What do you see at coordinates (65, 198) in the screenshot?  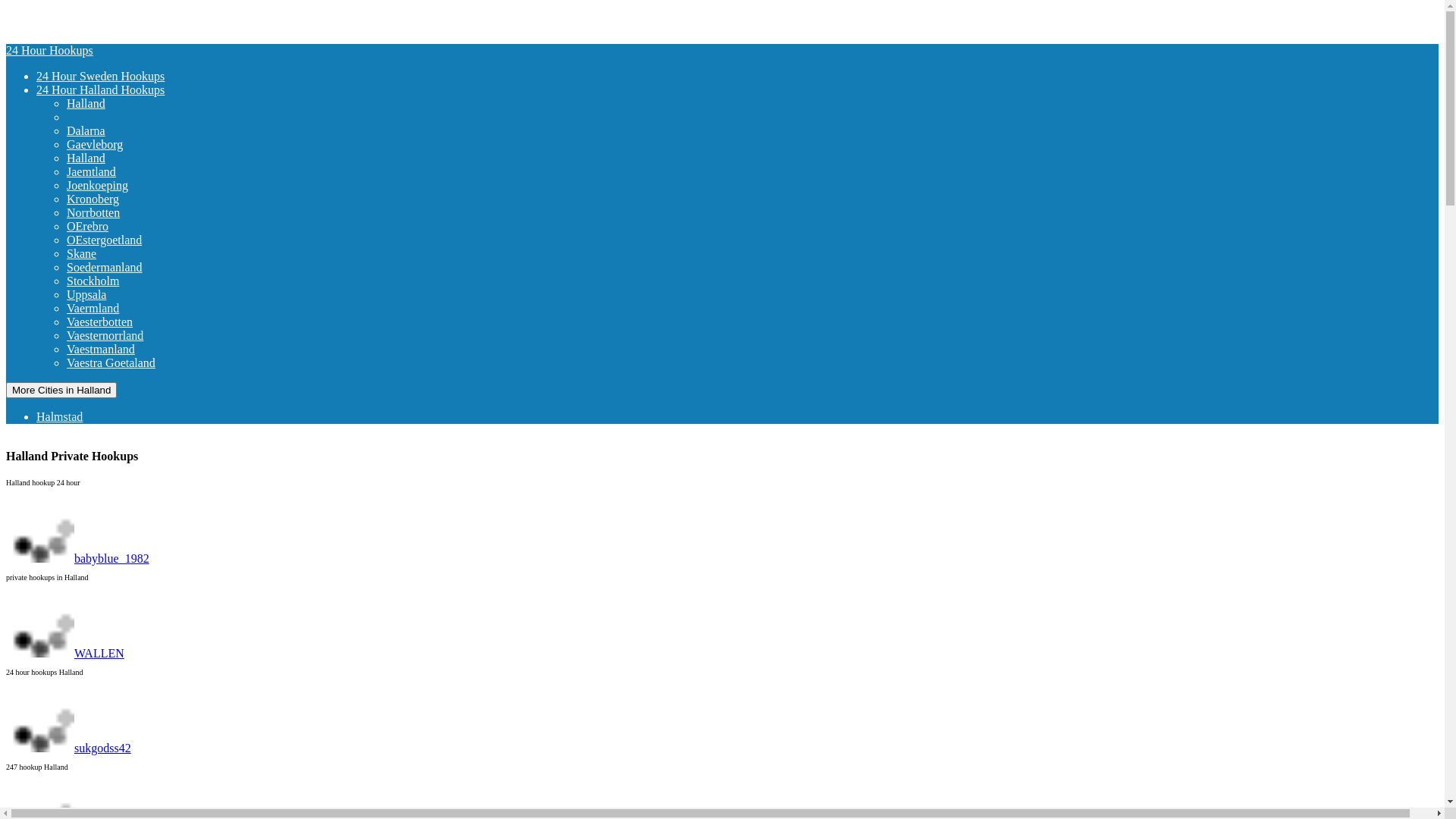 I see `'Kronoberg'` at bounding box center [65, 198].